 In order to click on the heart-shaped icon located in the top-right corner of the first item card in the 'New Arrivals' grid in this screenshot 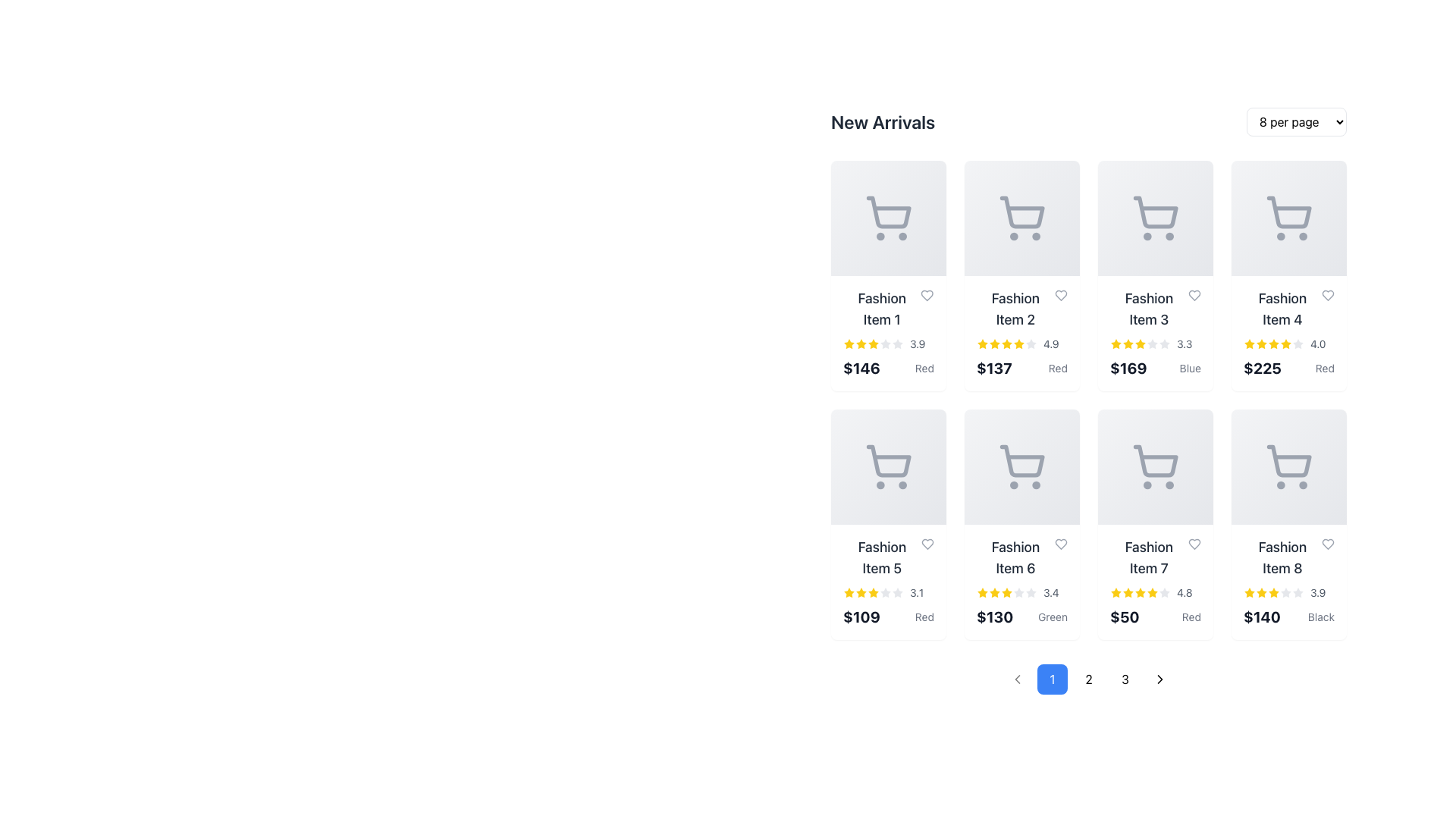, I will do `click(927, 295)`.